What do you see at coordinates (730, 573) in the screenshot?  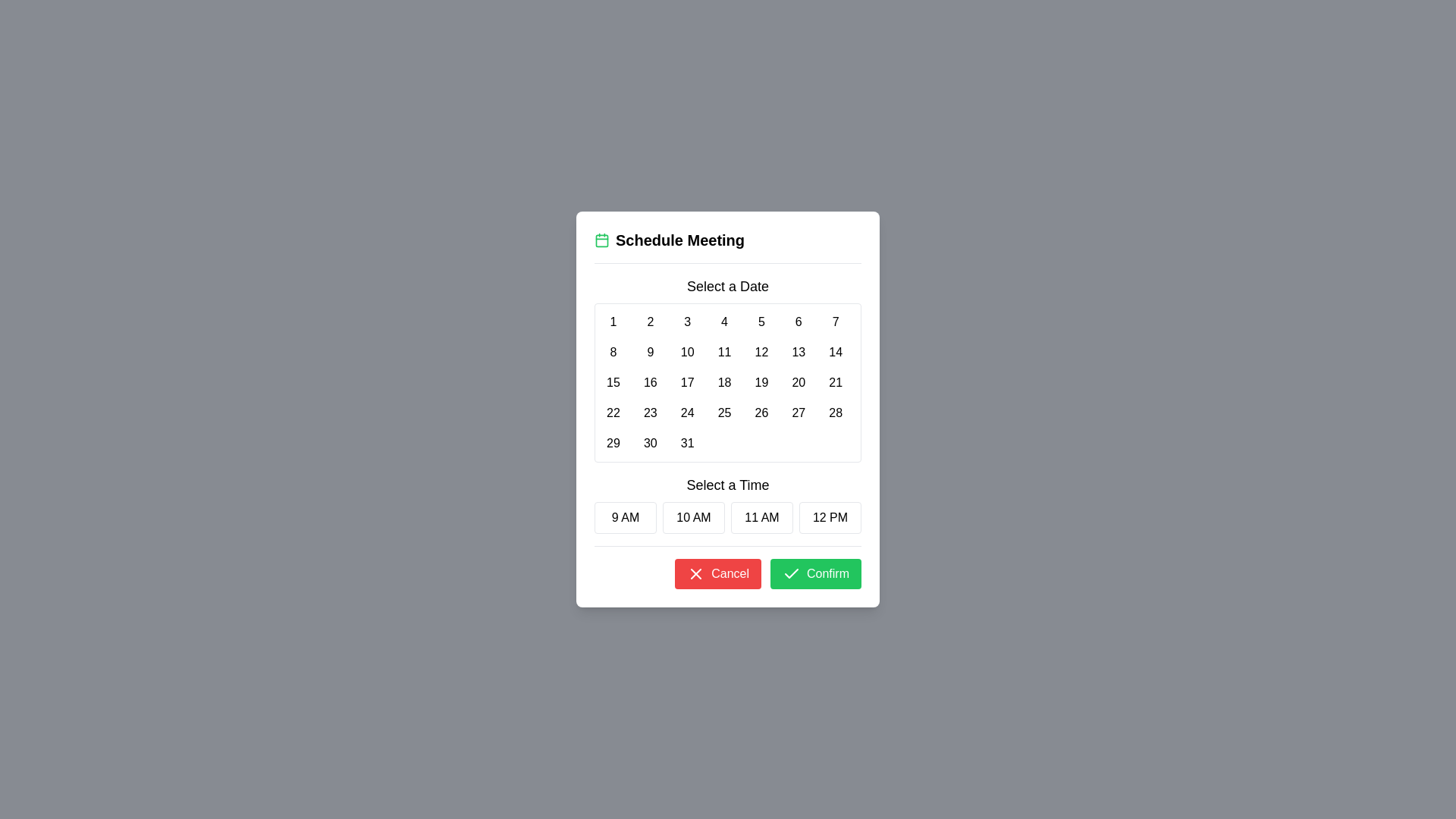 I see `the text label indicating the cancellation action that is part of the red button, which is located near the bottom of the dialog box` at bounding box center [730, 573].